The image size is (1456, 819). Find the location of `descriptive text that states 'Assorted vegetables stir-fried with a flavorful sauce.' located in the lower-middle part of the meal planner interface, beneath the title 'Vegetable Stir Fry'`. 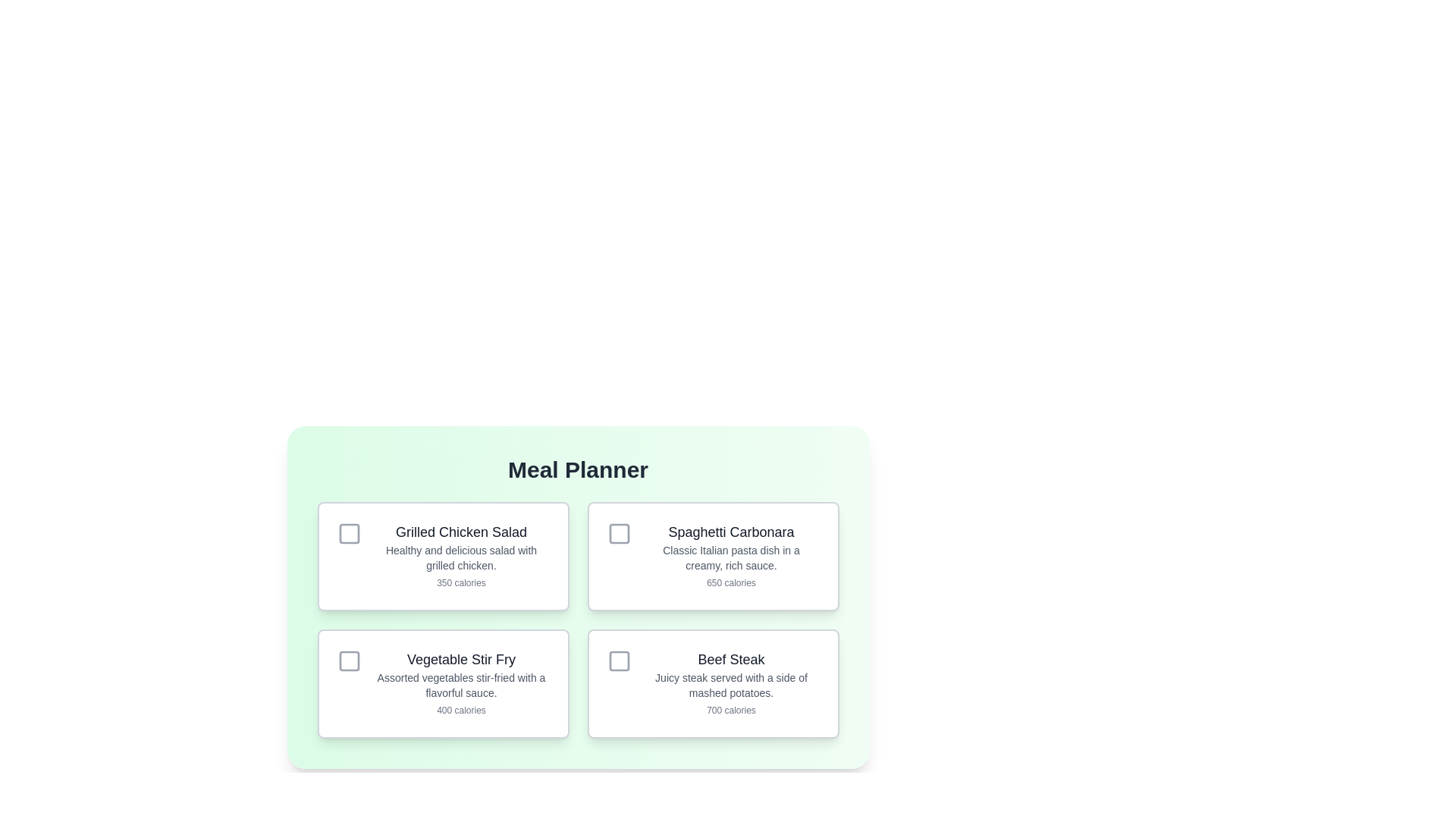

descriptive text that states 'Assorted vegetables stir-fried with a flavorful sauce.' located in the lower-middle part of the meal planner interface, beneath the title 'Vegetable Stir Fry' is located at coordinates (460, 685).